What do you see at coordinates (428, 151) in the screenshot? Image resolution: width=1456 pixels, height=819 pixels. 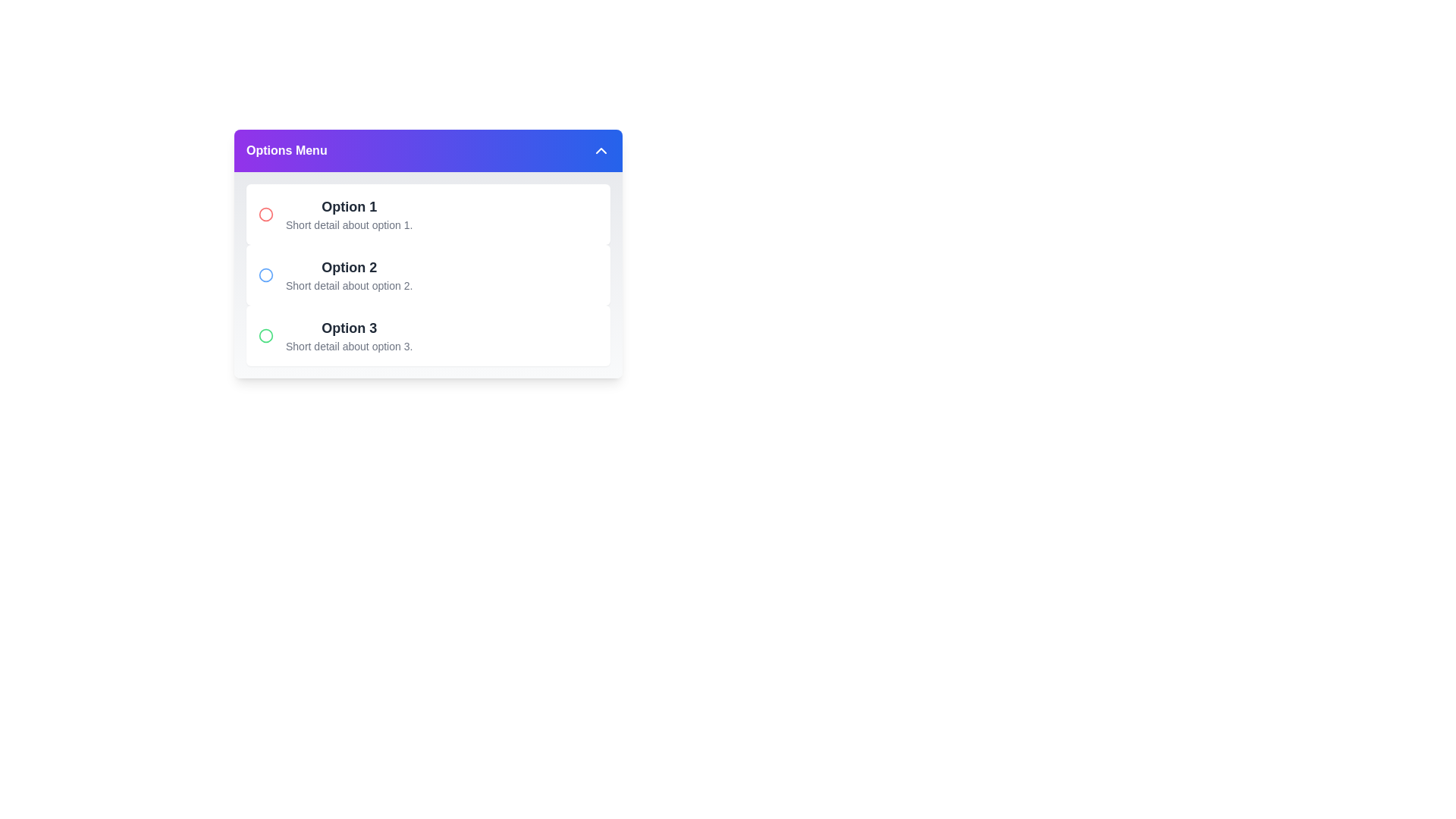 I see `the 'Options Menu' button to toggle the menu visibility` at bounding box center [428, 151].